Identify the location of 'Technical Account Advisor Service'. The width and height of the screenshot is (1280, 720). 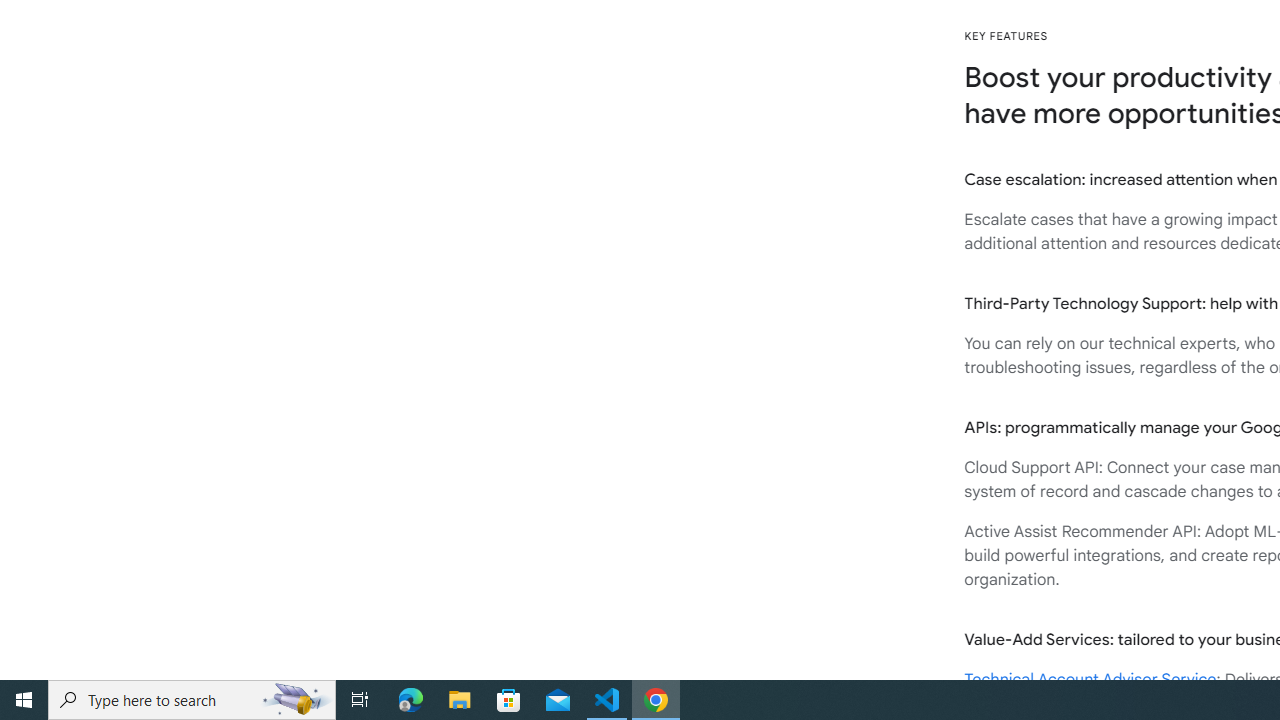
(1089, 679).